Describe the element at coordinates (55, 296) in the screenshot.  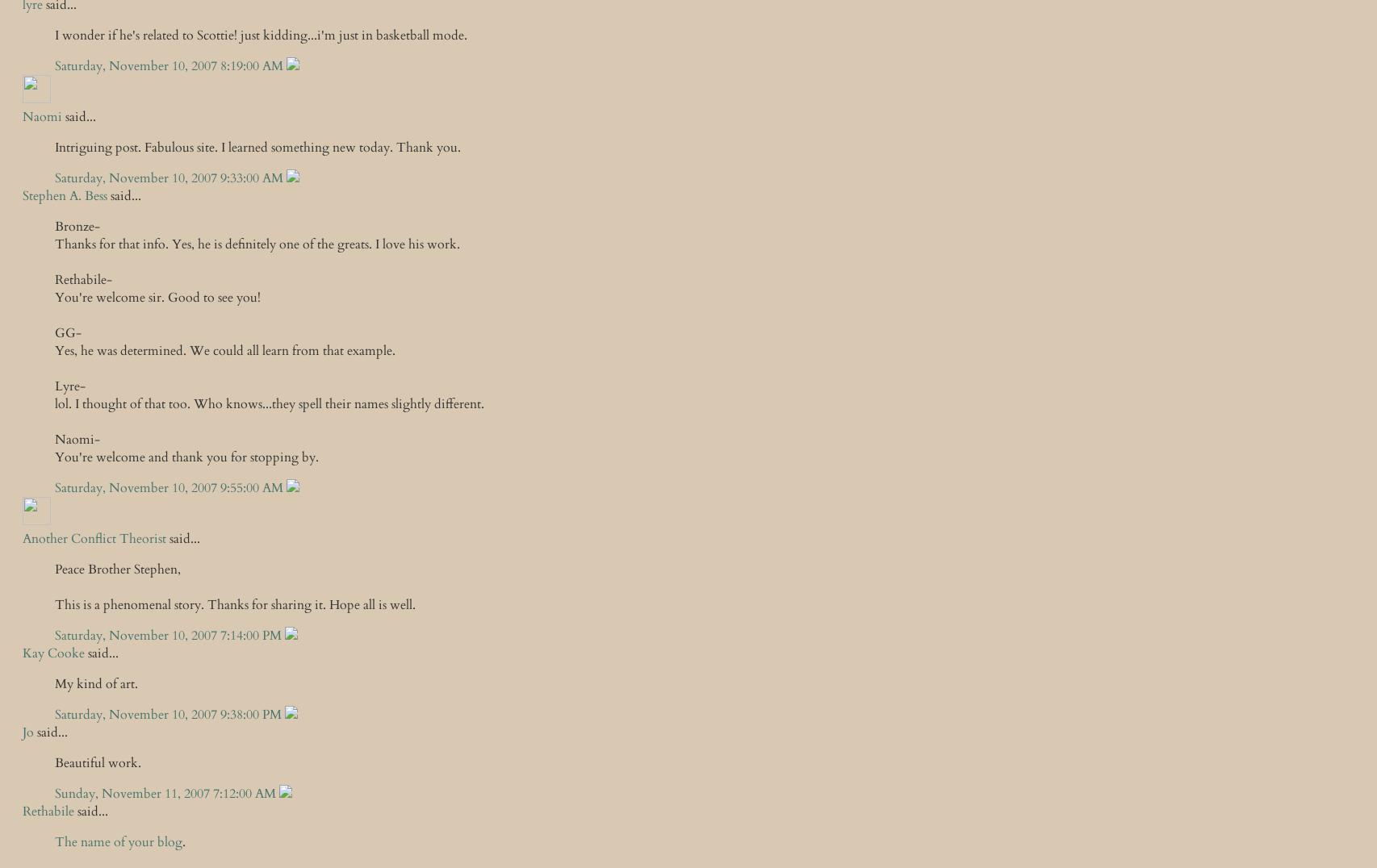
I see `'You're welcome sir.  Good to see you!'` at that location.